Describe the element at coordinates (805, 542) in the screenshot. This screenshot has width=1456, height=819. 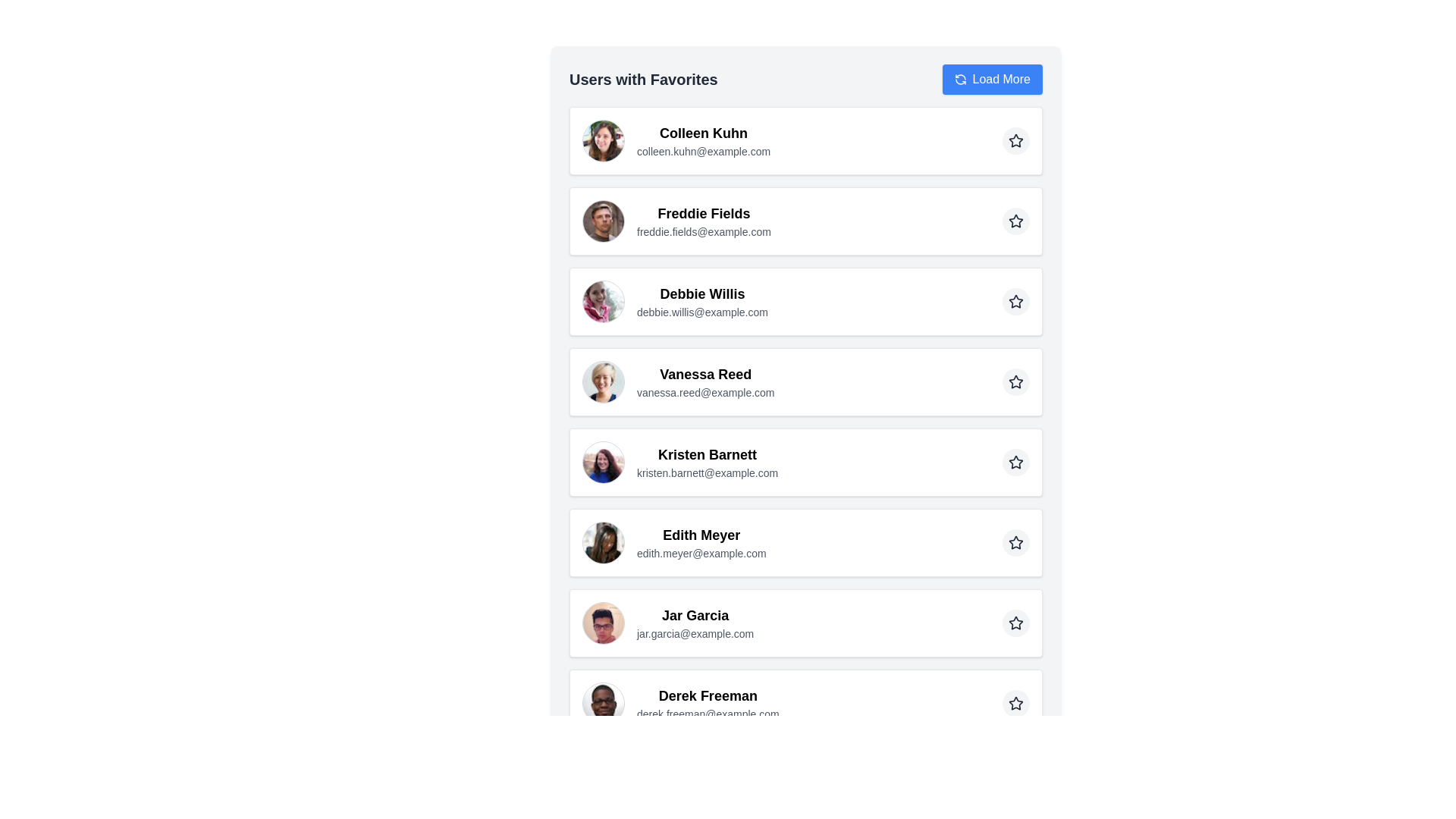
I see `the user card displaying a user's information, which is the 6th card in the vertically stacked list` at that location.